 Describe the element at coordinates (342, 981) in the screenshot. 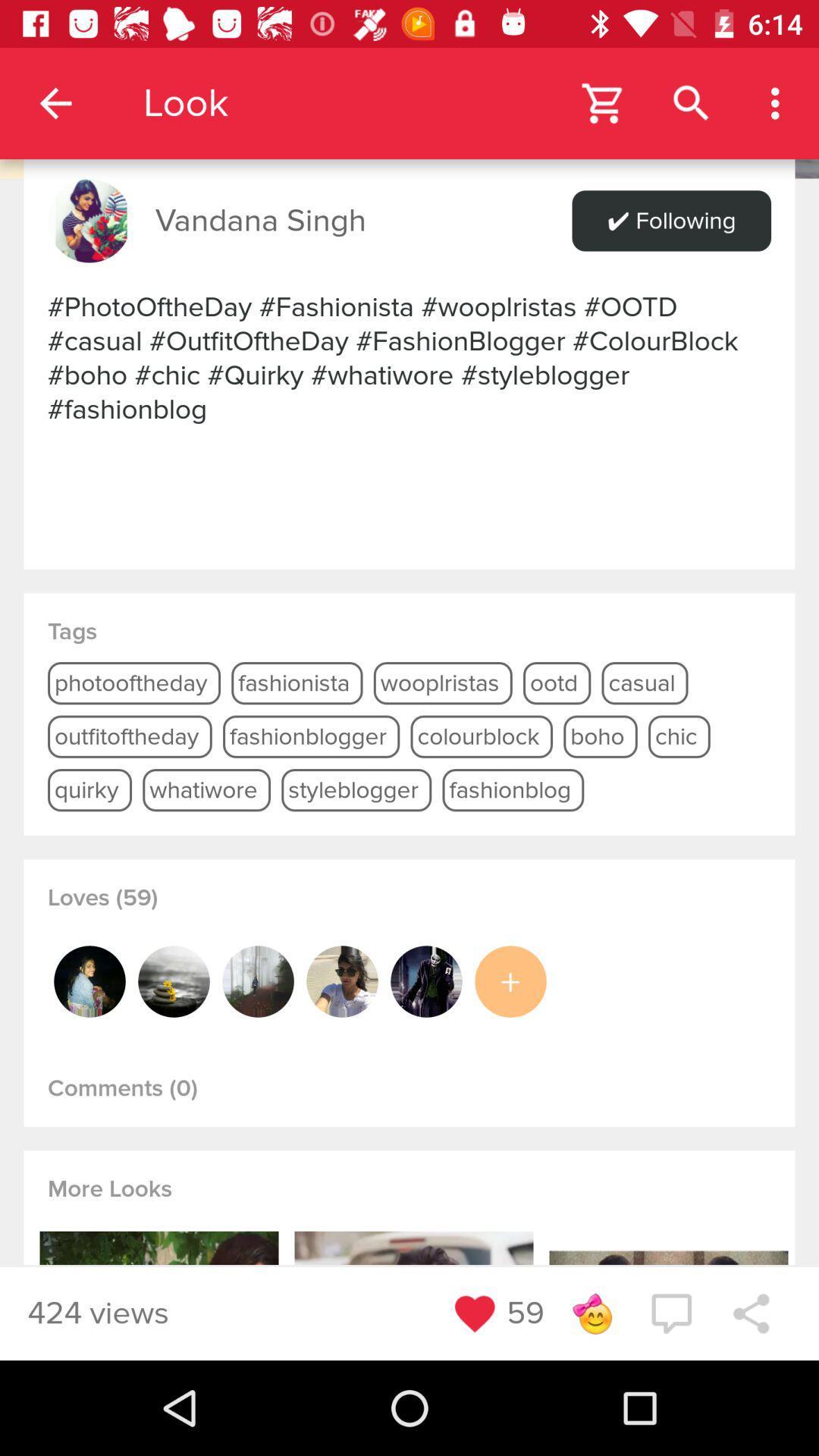

I see `open profile` at that location.